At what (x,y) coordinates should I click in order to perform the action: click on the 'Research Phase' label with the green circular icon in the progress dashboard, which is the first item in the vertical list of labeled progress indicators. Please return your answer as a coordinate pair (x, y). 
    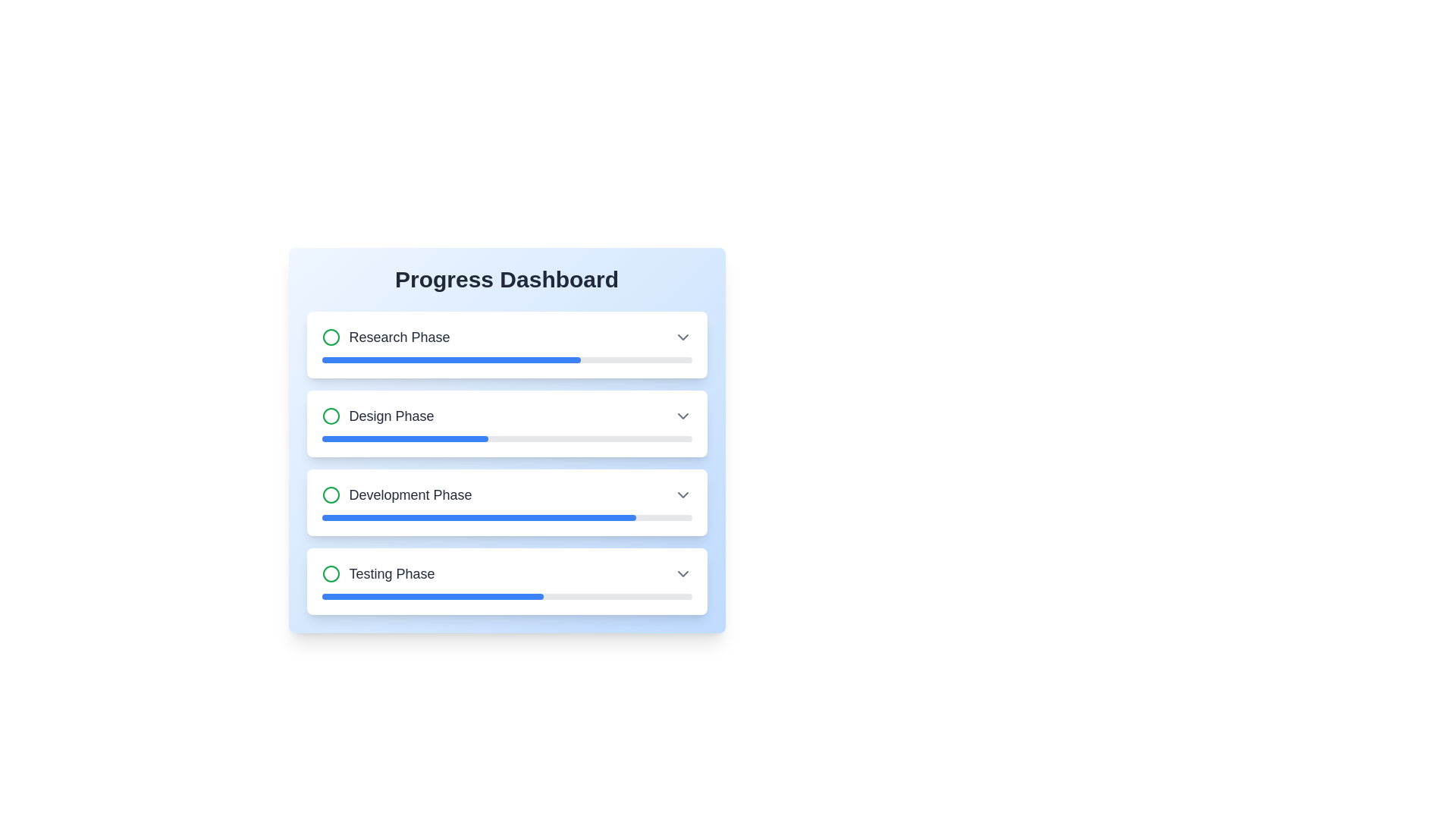
    Looking at the image, I should click on (385, 336).